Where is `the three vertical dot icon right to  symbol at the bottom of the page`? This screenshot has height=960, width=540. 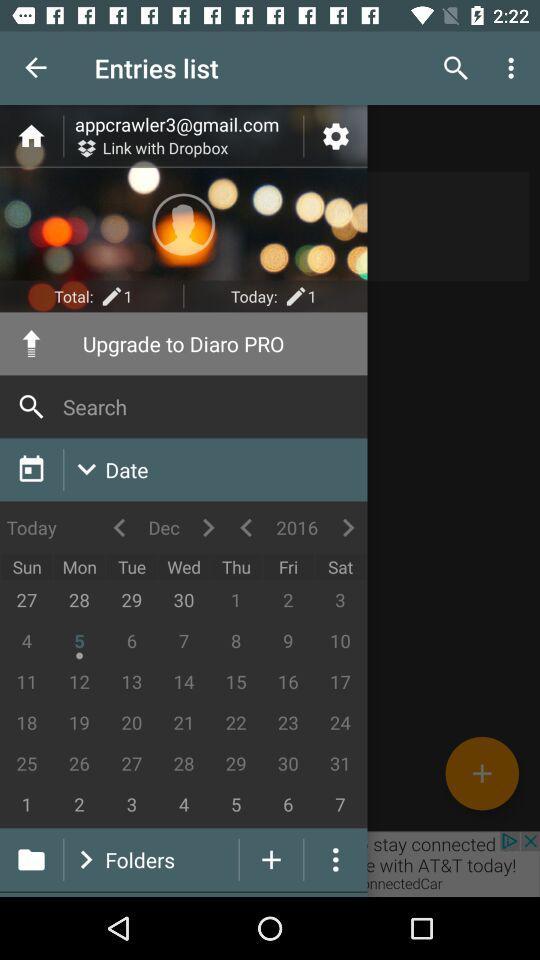 the three vertical dot icon right to  symbol at the bottom of the page is located at coordinates (336, 858).